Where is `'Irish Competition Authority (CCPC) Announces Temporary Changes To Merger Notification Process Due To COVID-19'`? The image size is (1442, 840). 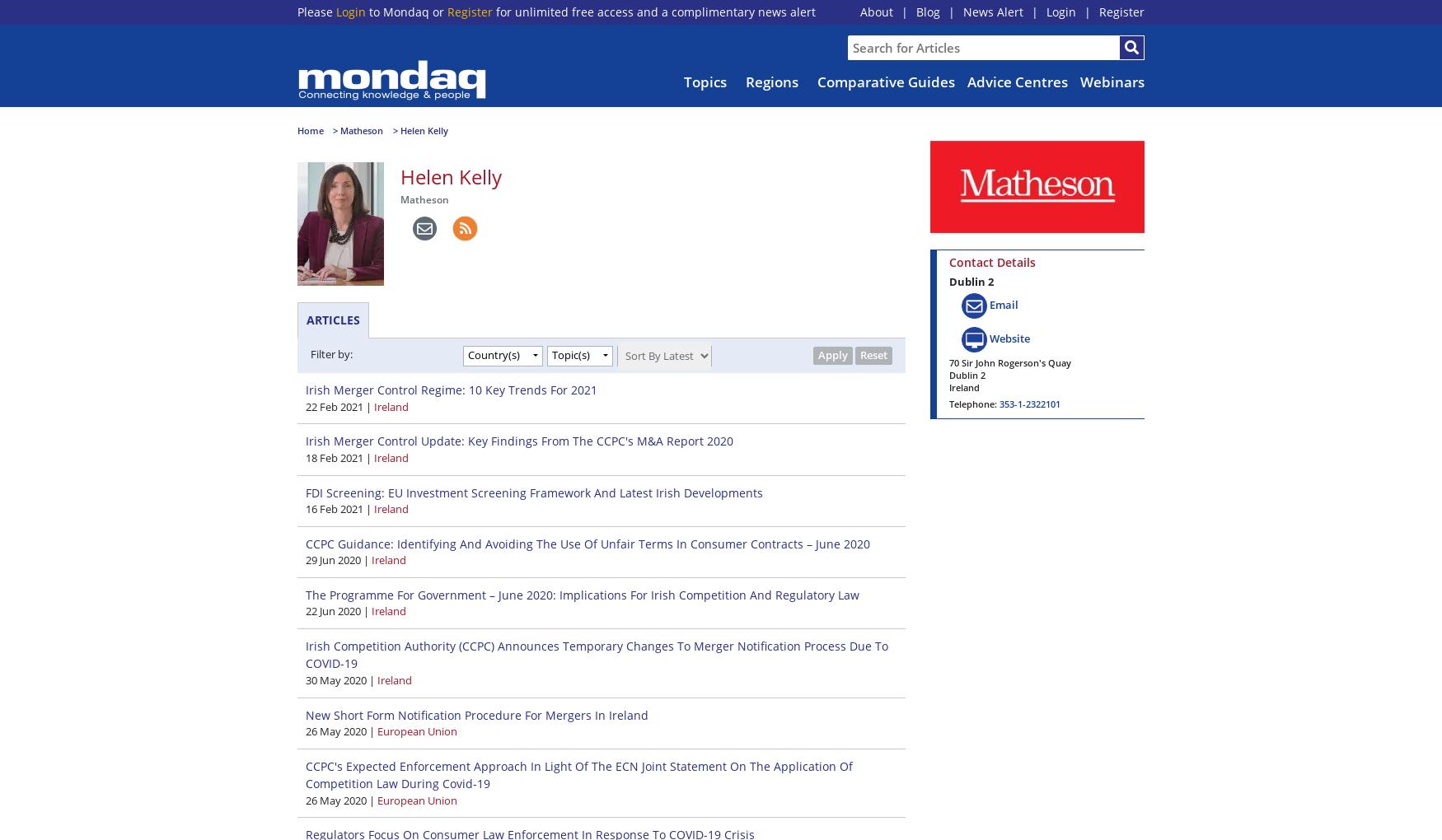
'Irish Competition Authority (CCPC) Announces Temporary Changes To Merger Notification Process Due To COVID-19' is located at coordinates (306, 653).